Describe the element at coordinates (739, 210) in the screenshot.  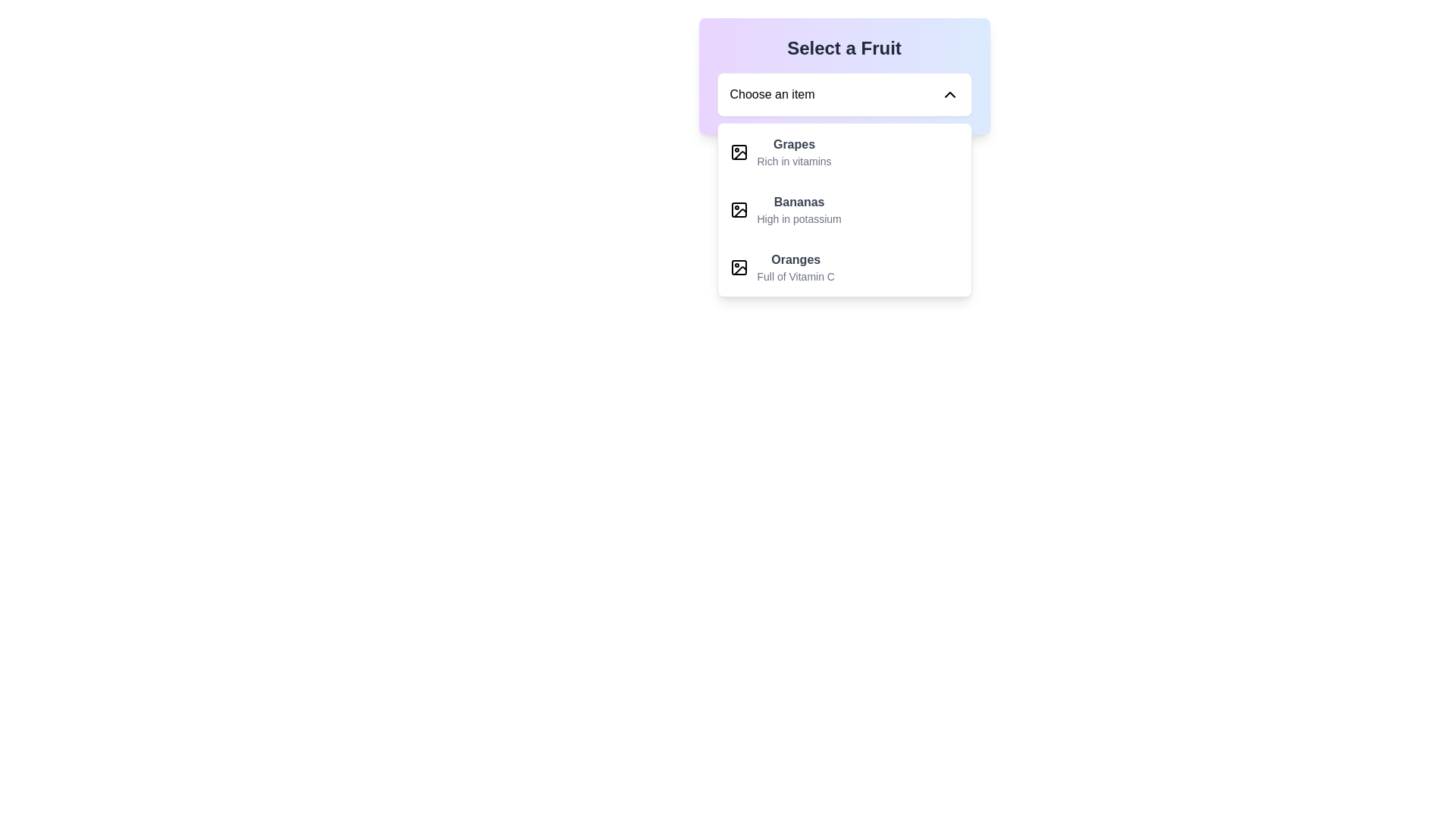
I see `the small square icon with rounded corners located adjacent to the text 'Bananas' in the dropdown menu` at that location.